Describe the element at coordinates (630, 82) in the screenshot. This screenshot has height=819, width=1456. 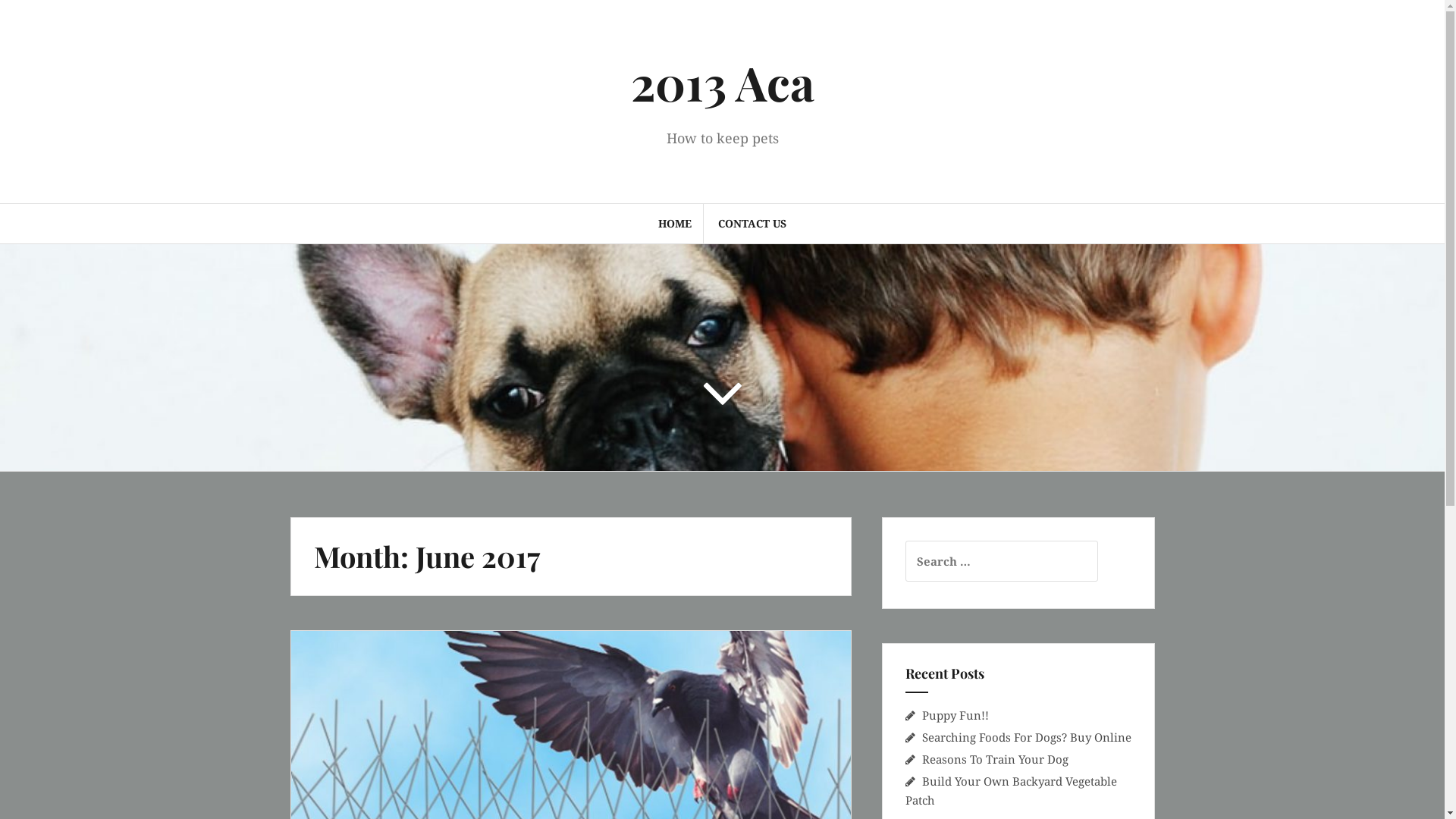
I see `'2013 Aca'` at that location.